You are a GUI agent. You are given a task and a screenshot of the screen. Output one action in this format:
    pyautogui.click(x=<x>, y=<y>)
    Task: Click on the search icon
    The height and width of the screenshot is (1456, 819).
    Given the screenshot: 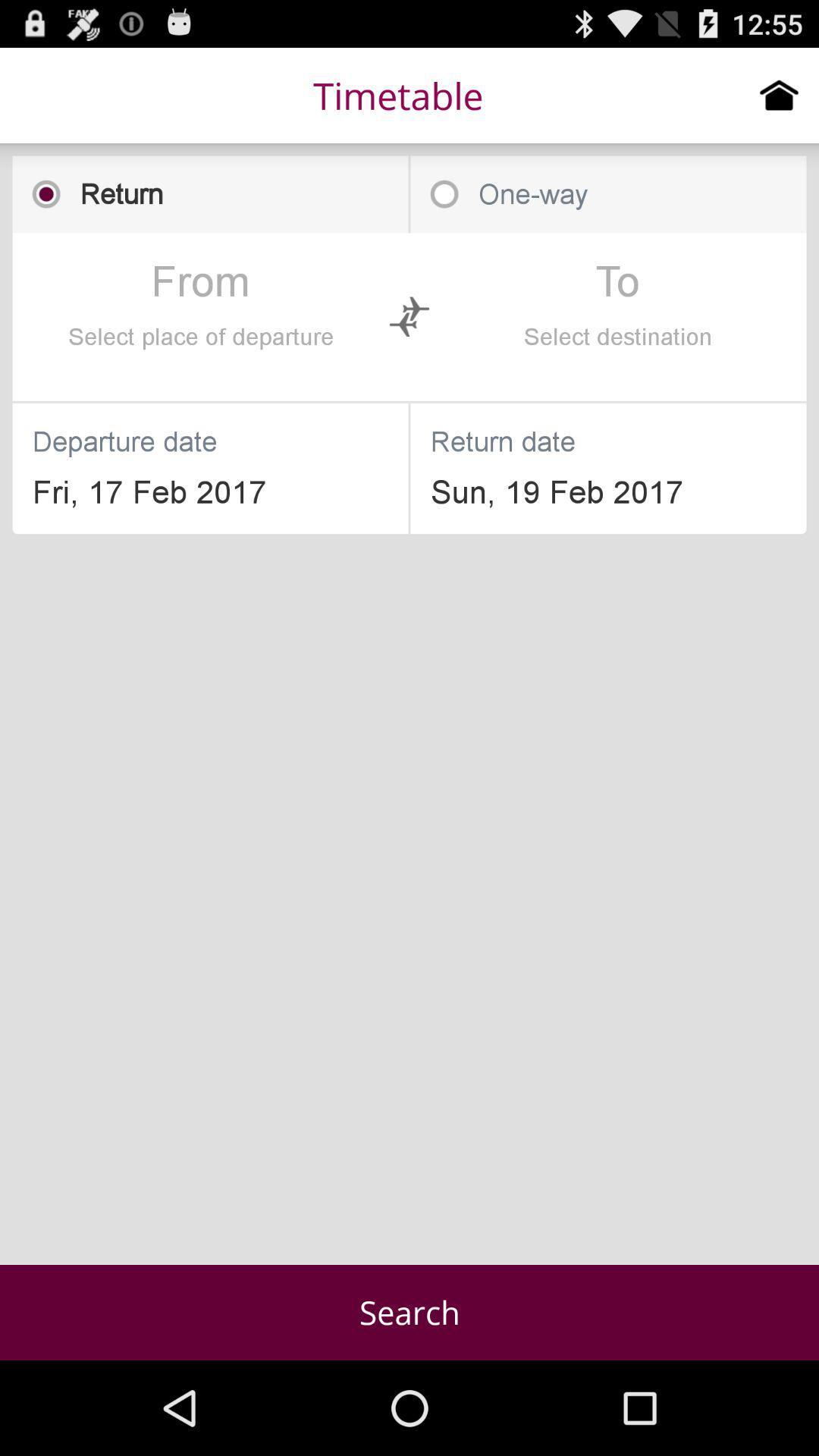 What is the action you would take?
    pyautogui.click(x=409, y=1312)
    